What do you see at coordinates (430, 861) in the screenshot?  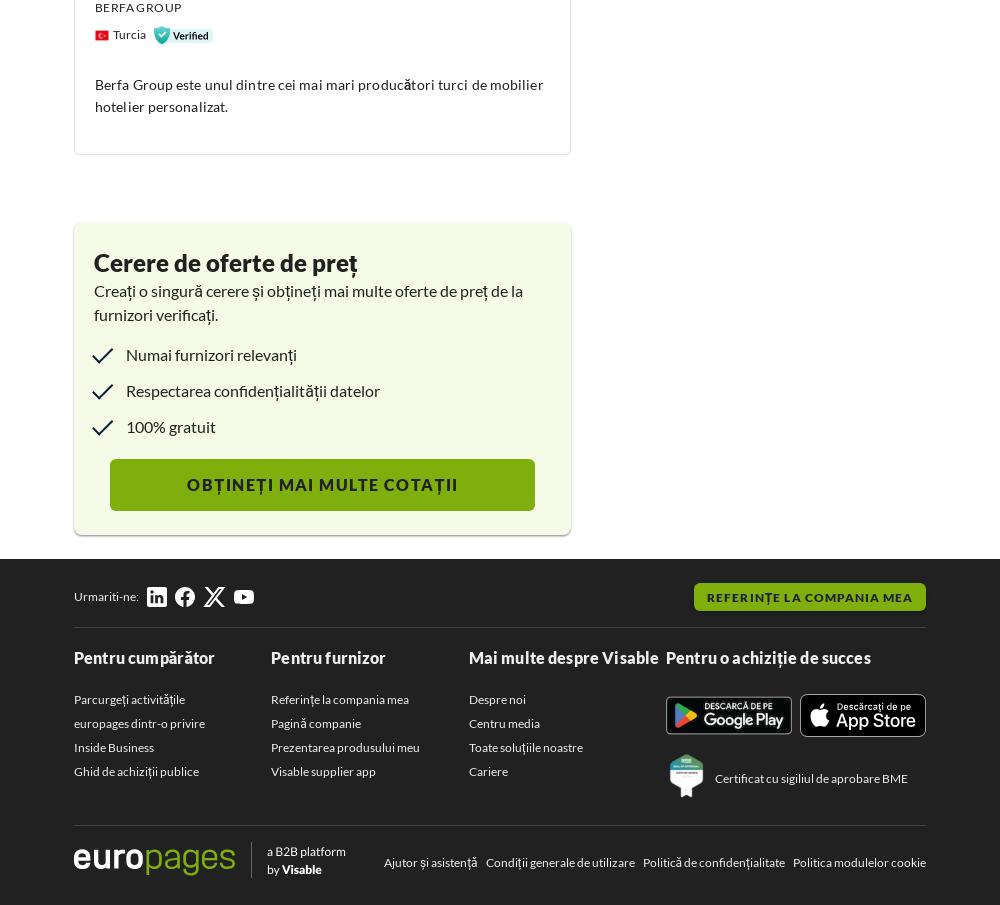 I see `'Ajutor și asistență'` at bounding box center [430, 861].